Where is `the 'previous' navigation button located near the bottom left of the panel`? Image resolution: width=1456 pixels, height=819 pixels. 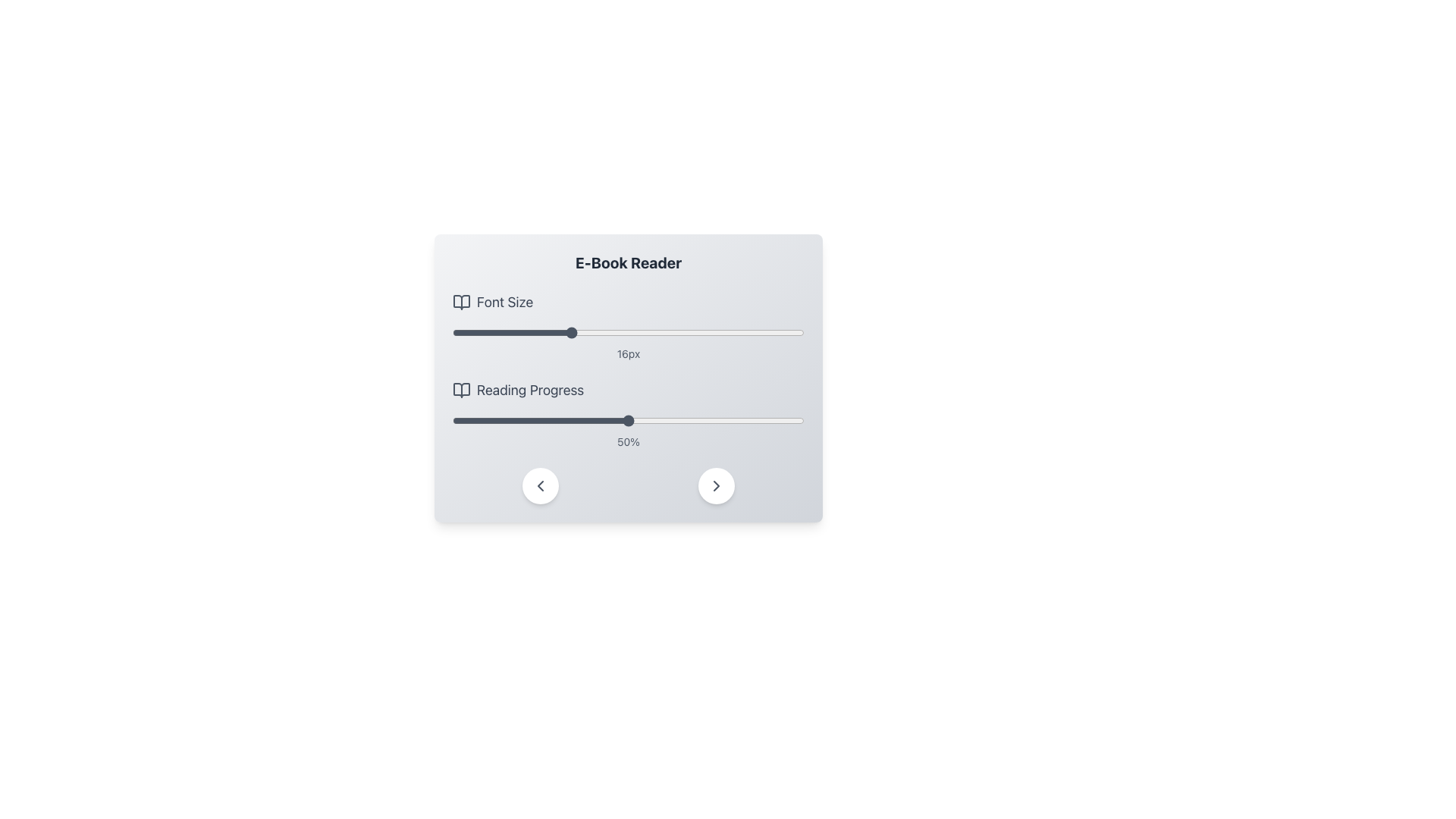 the 'previous' navigation button located near the bottom left of the panel is located at coordinates (541, 485).